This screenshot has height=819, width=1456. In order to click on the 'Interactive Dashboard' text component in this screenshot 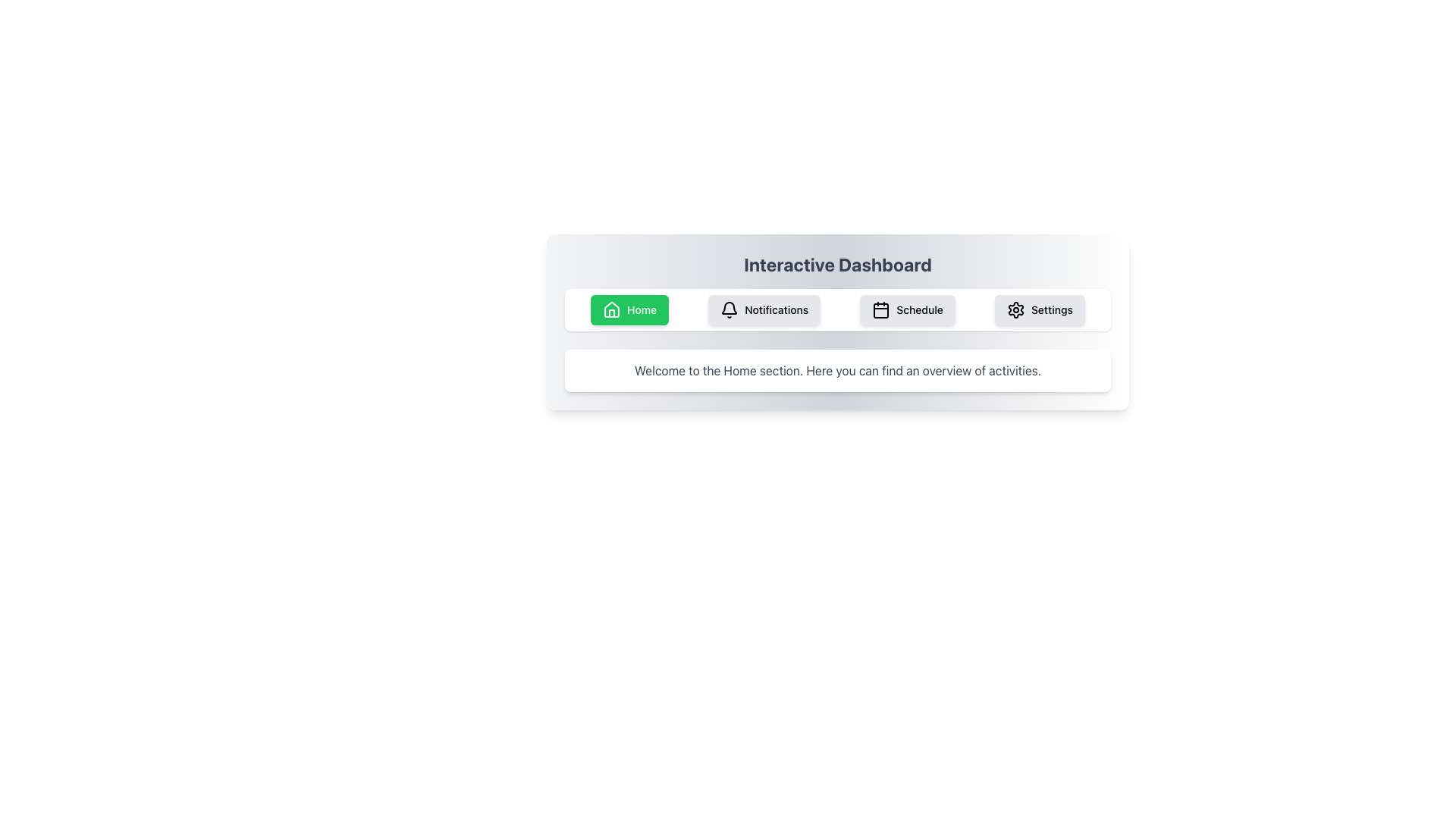, I will do `click(836, 263)`.